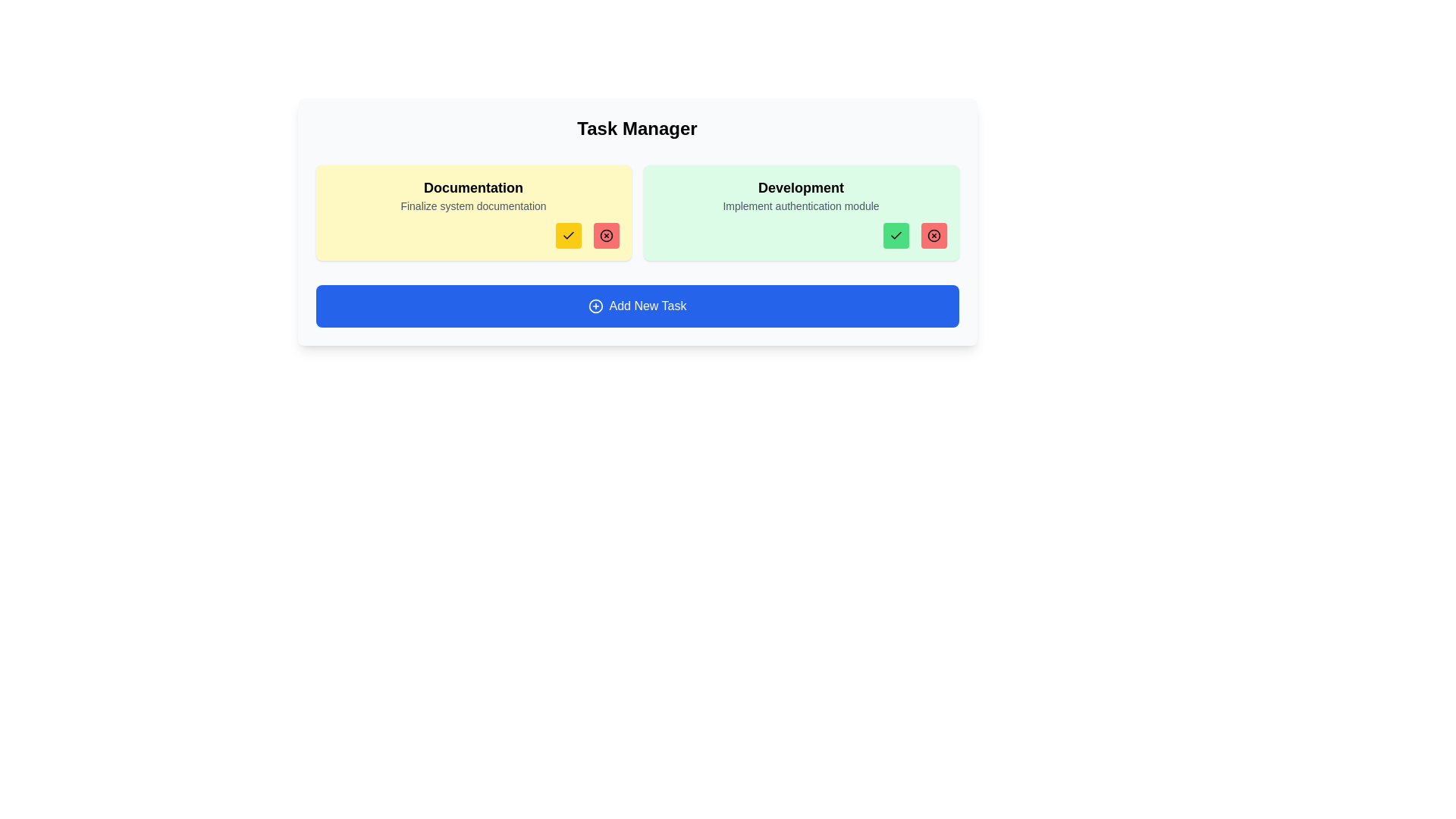  I want to click on the yellow rounded rectangle button with a black checkmark icon located in the bottom right of the 'Documentation' task card to confirm the task, so click(567, 236).